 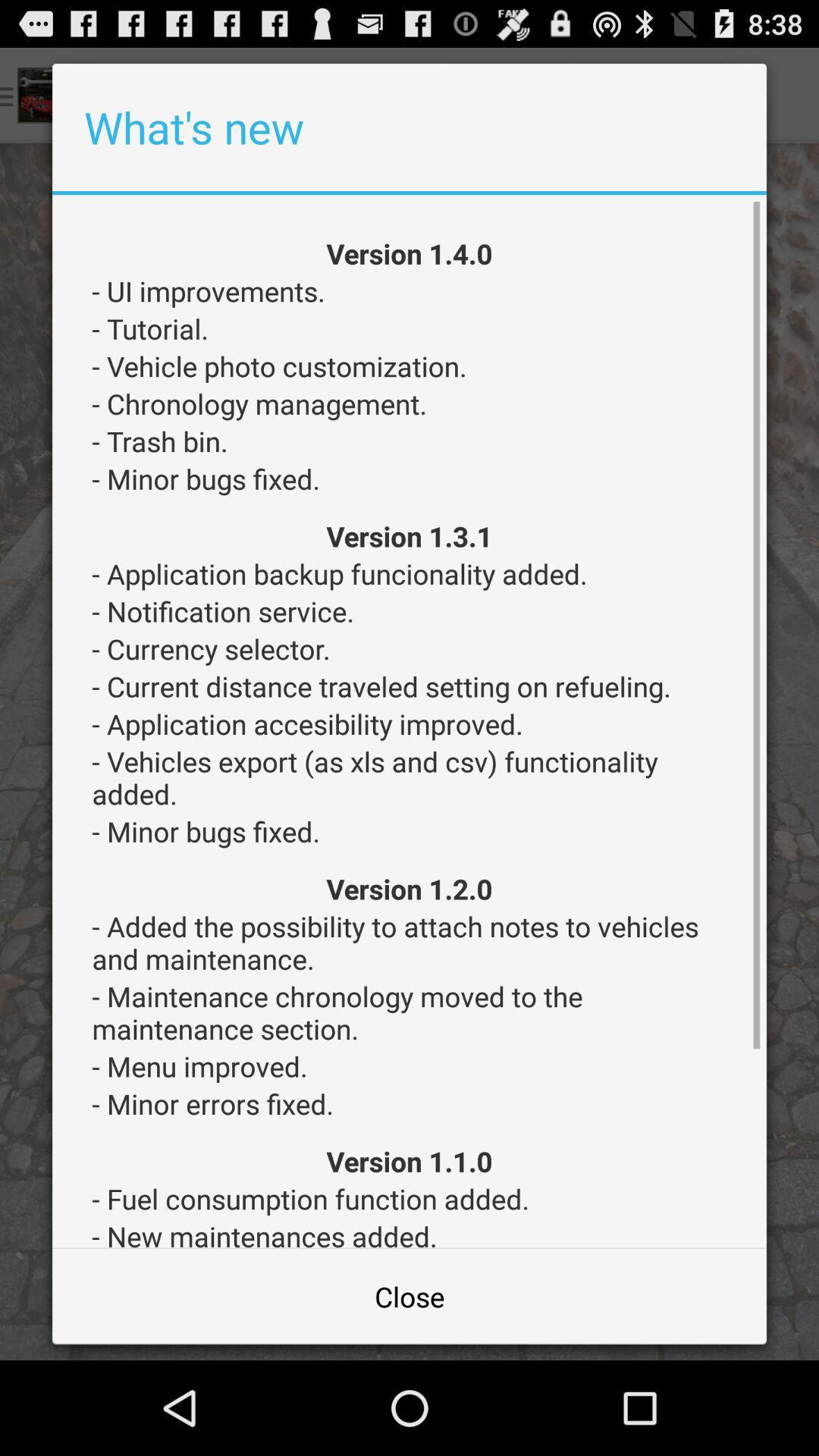 What do you see at coordinates (409, 1295) in the screenshot?
I see `the app below - new maintenances added. item` at bounding box center [409, 1295].